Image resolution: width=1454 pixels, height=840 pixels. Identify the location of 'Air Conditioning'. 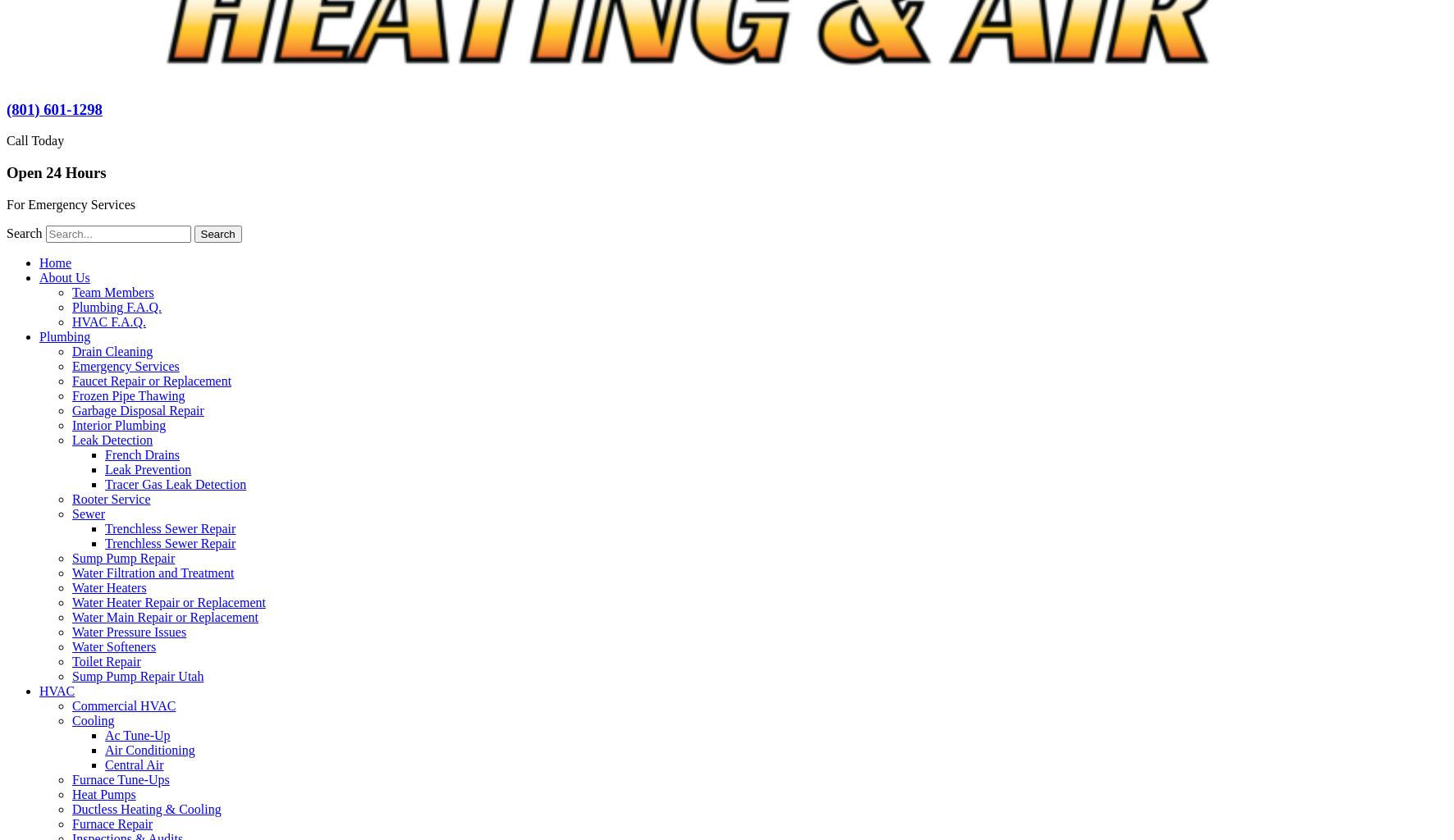
(149, 748).